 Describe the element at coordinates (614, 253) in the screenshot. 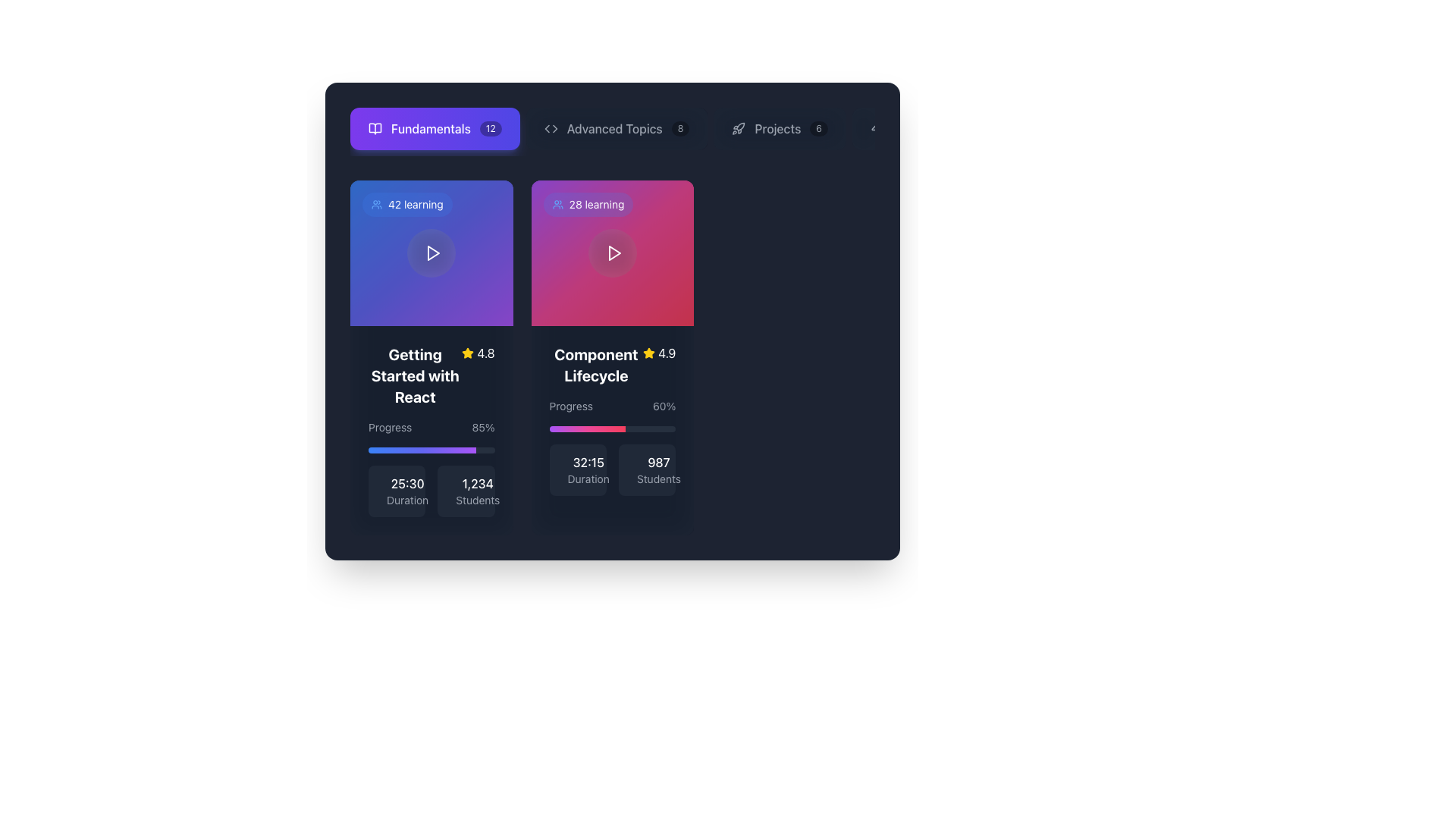

I see `the triangular play icon rendered in white, which is located in the light red circular area of the second rectangular card in the application` at that location.